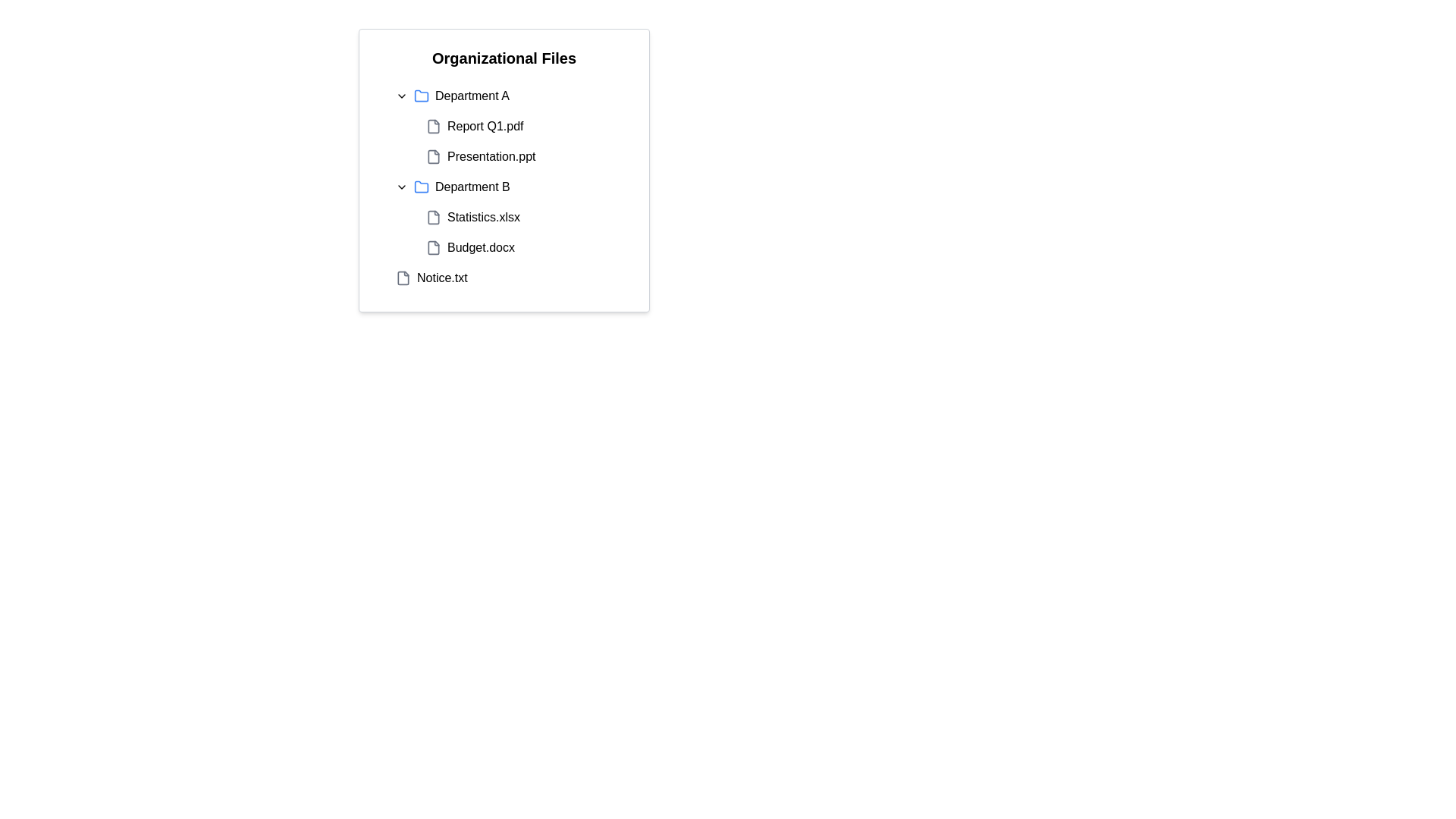 The image size is (1456, 819). What do you see at coordinates (485, 125) in the screenshot?
I see `the text label 'Report Q1.pdf' in the 'Department A' section` at bounding box center [485, 125].